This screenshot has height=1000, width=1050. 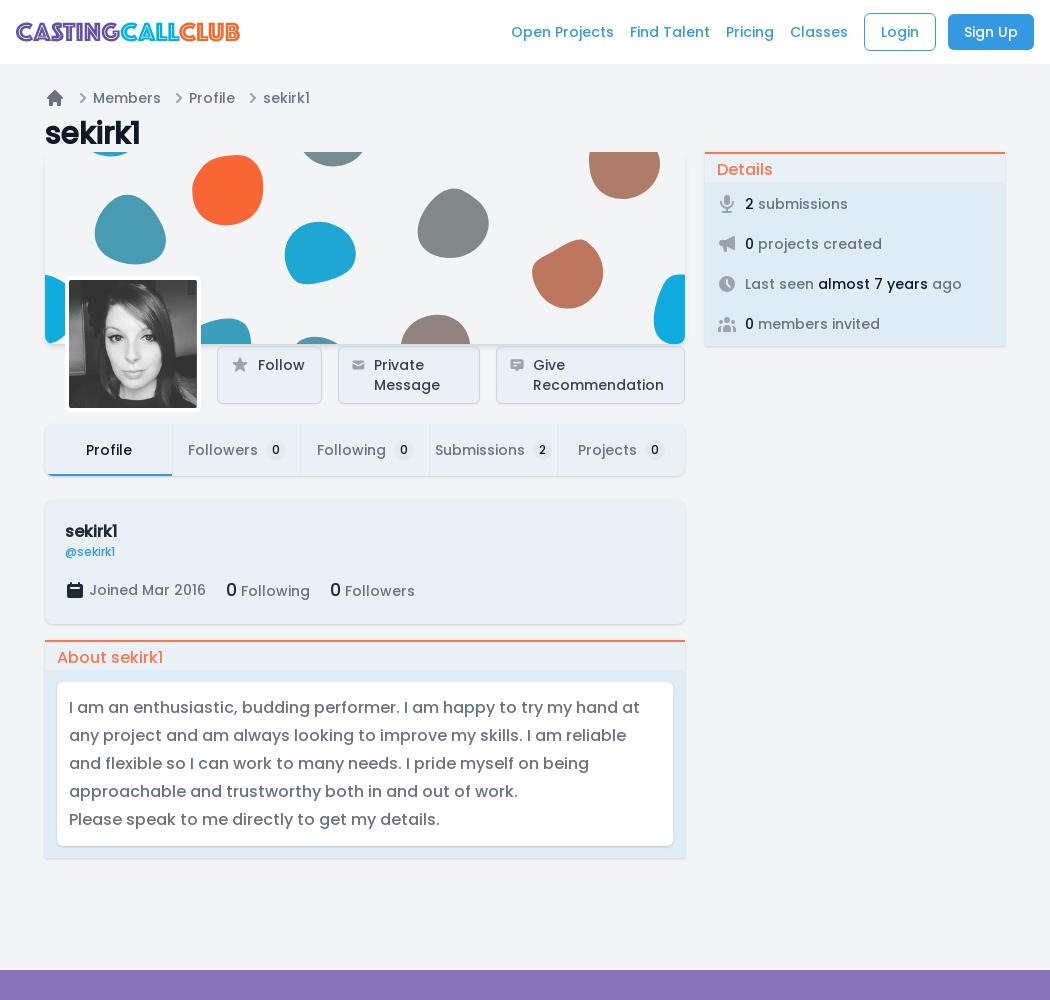 I want to click on 'almost 7 years', so click(x=869, y=284).